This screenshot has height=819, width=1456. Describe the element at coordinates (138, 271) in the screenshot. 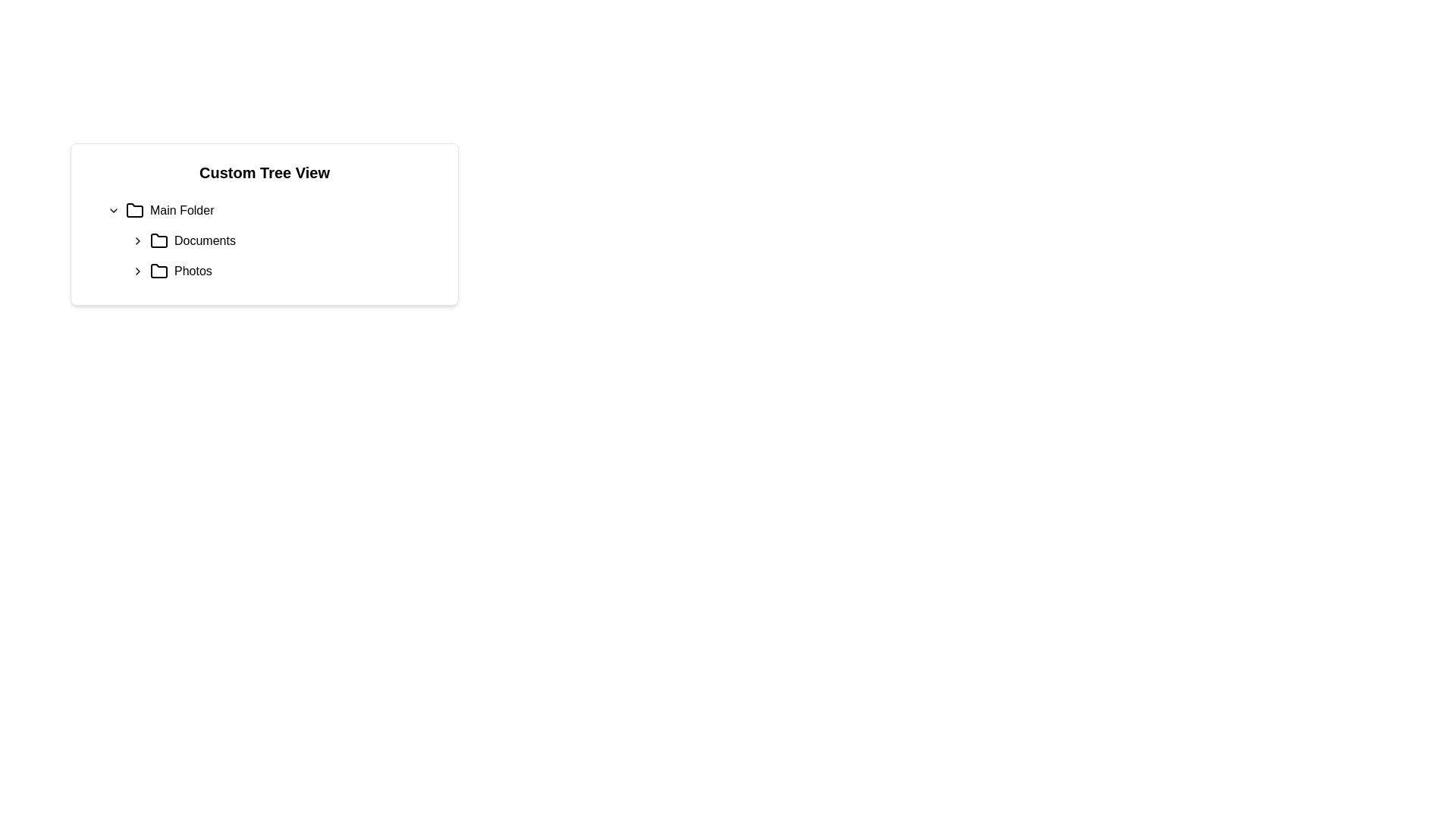

I see `the small rightward-pointing Chevron icon indicator located to the left of the 'Photos' folder icon for visual feedback` at that location.